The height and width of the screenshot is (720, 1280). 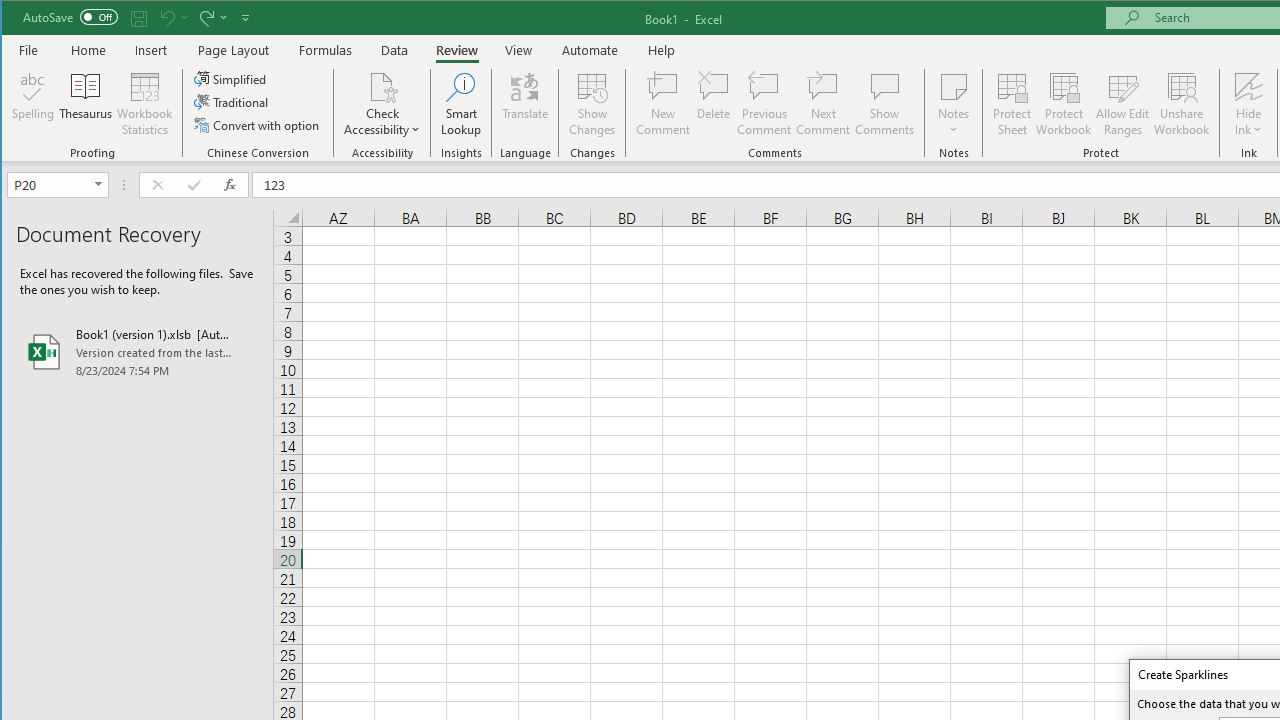 I want to click on 'Convert with option', so click(x=257, y=125).